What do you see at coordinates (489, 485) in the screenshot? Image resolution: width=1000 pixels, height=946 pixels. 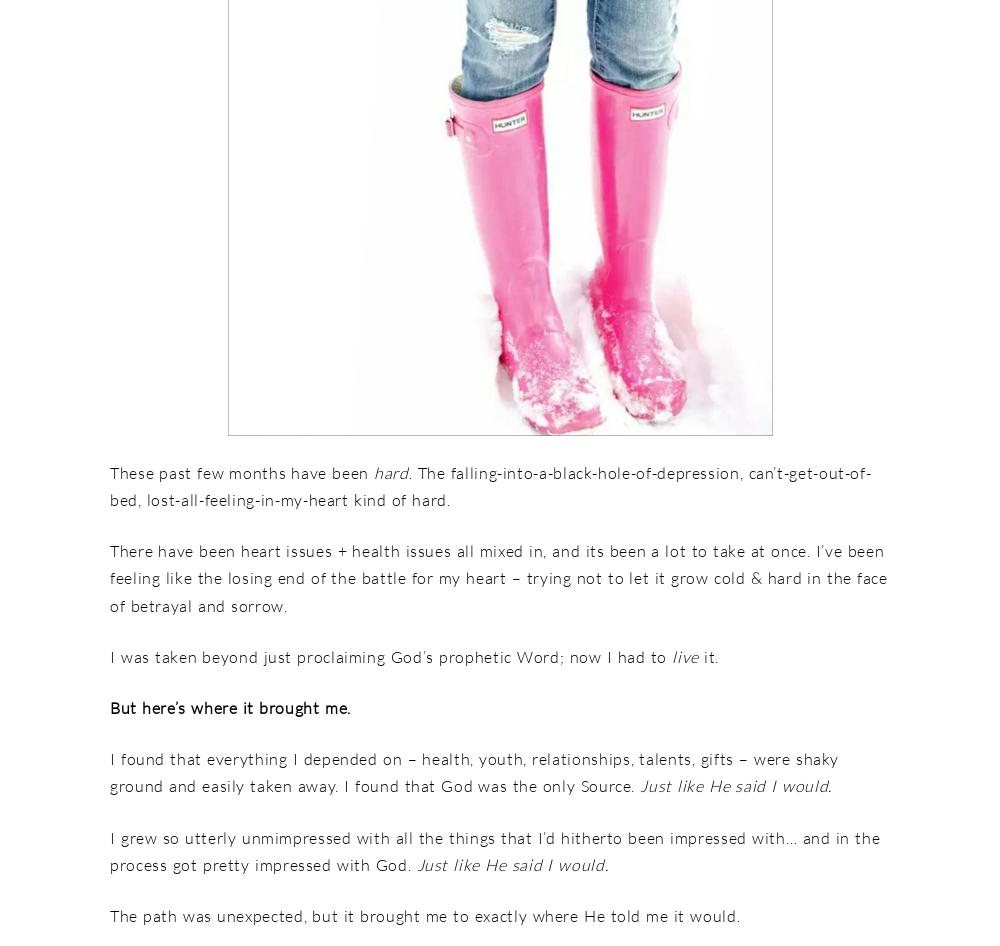 I see `'. The falling-into-a-black-hole-of-depression, can’t-get-out-of-bed, lost-all-feeling-in-my-heart kind of hard.'` at bounding box center [489, 485].